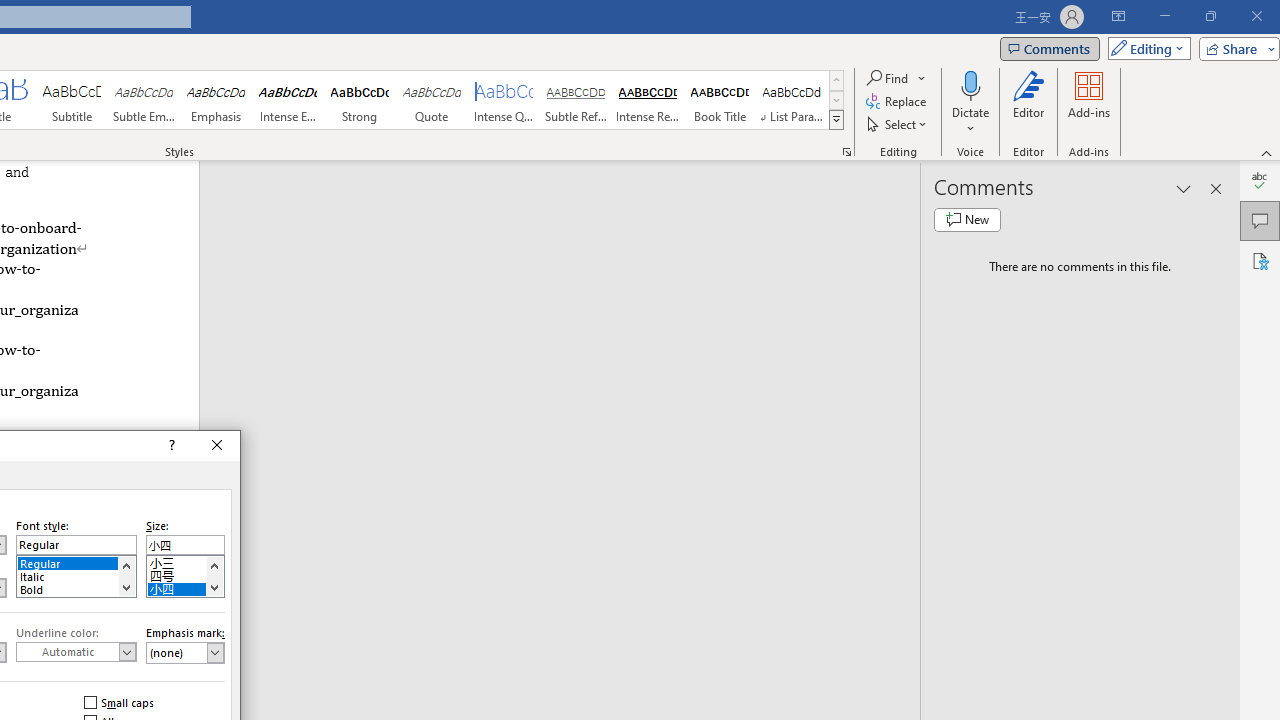 The width and height of the screenshot is (1280, 720). What do you see at coordinates (970, 103) in the screenshot?
I see `'Dictate'` at bounding box center [970, 103].